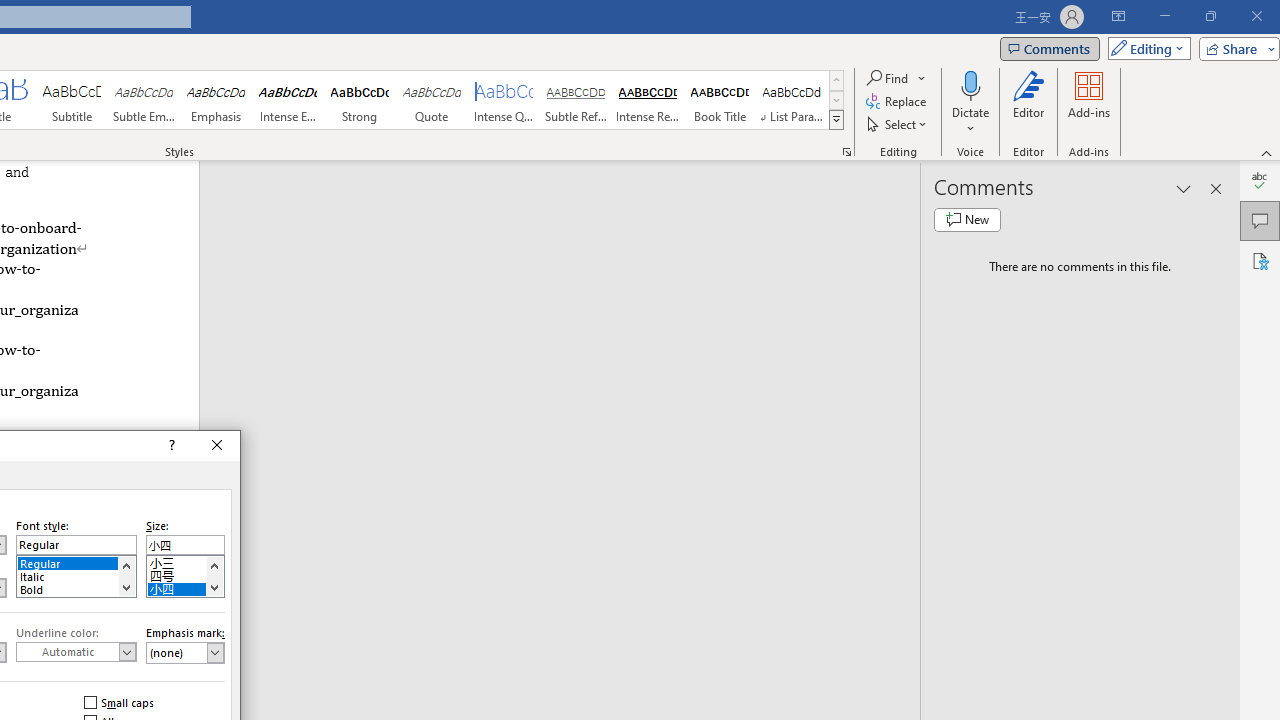 The width and height of the screenshot is (1280, 720). What do you see at coordinates (970, 103) in the screenshot?
I see `'Dictate'` at bounding box center [970, 103].